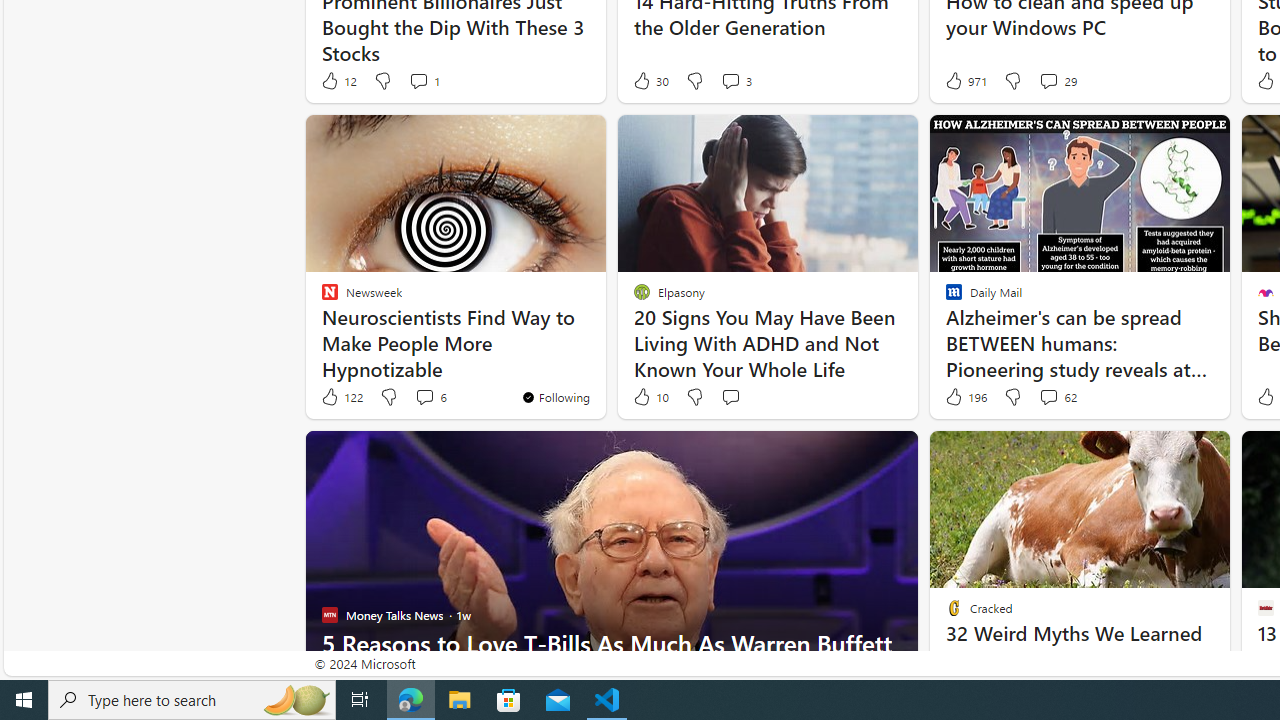 The image size is (1280, 720). Describe the element at coordinates (1056, 397) in the screenshot. I see `'View comments 62 Comment'` at that location.